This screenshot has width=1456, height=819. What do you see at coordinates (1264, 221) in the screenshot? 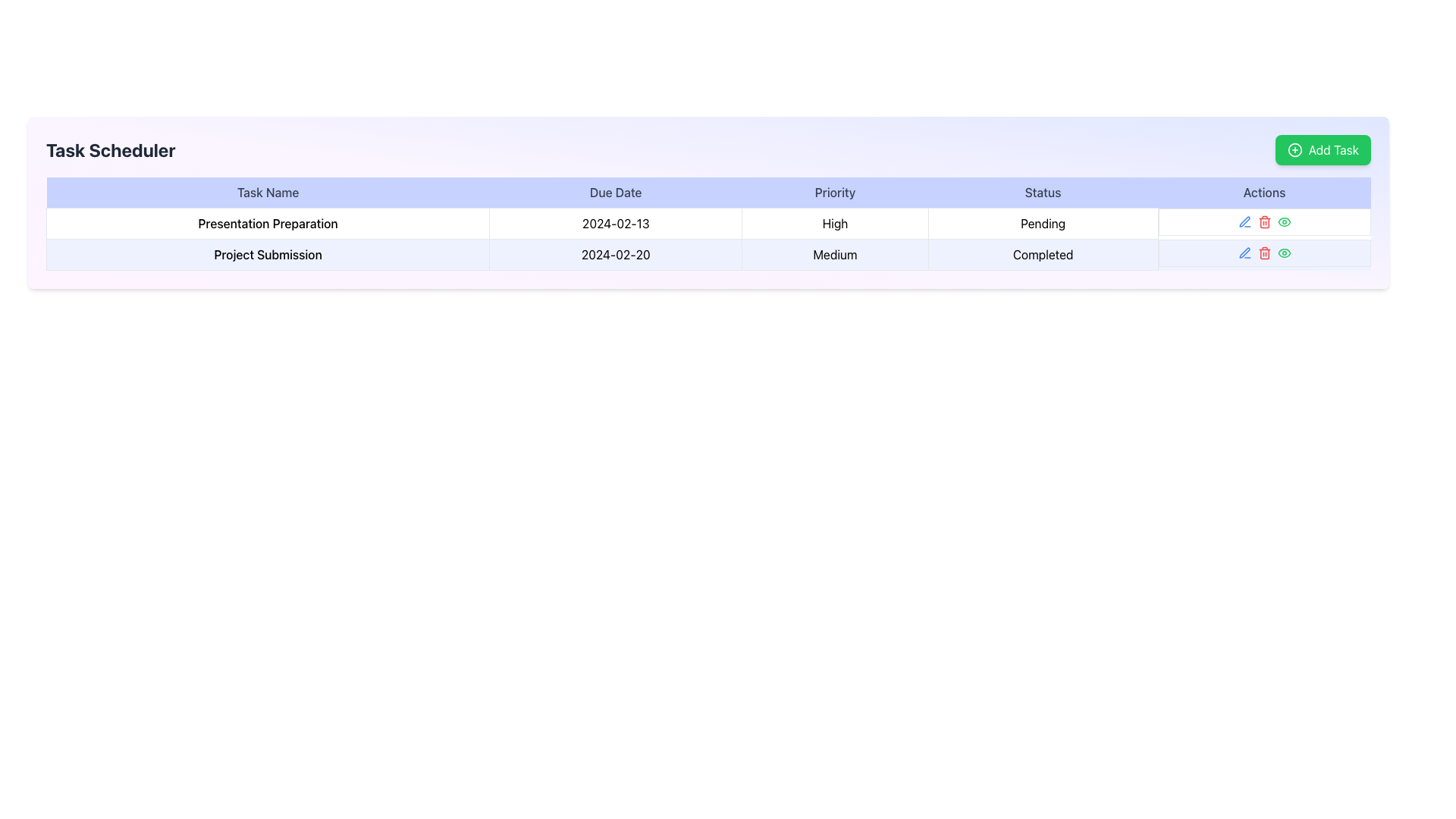
I see `the red trash bin icon located in the 'Actions' column of the row labeled 'Presentation Preparation'` at bounding box center [1264, 221].